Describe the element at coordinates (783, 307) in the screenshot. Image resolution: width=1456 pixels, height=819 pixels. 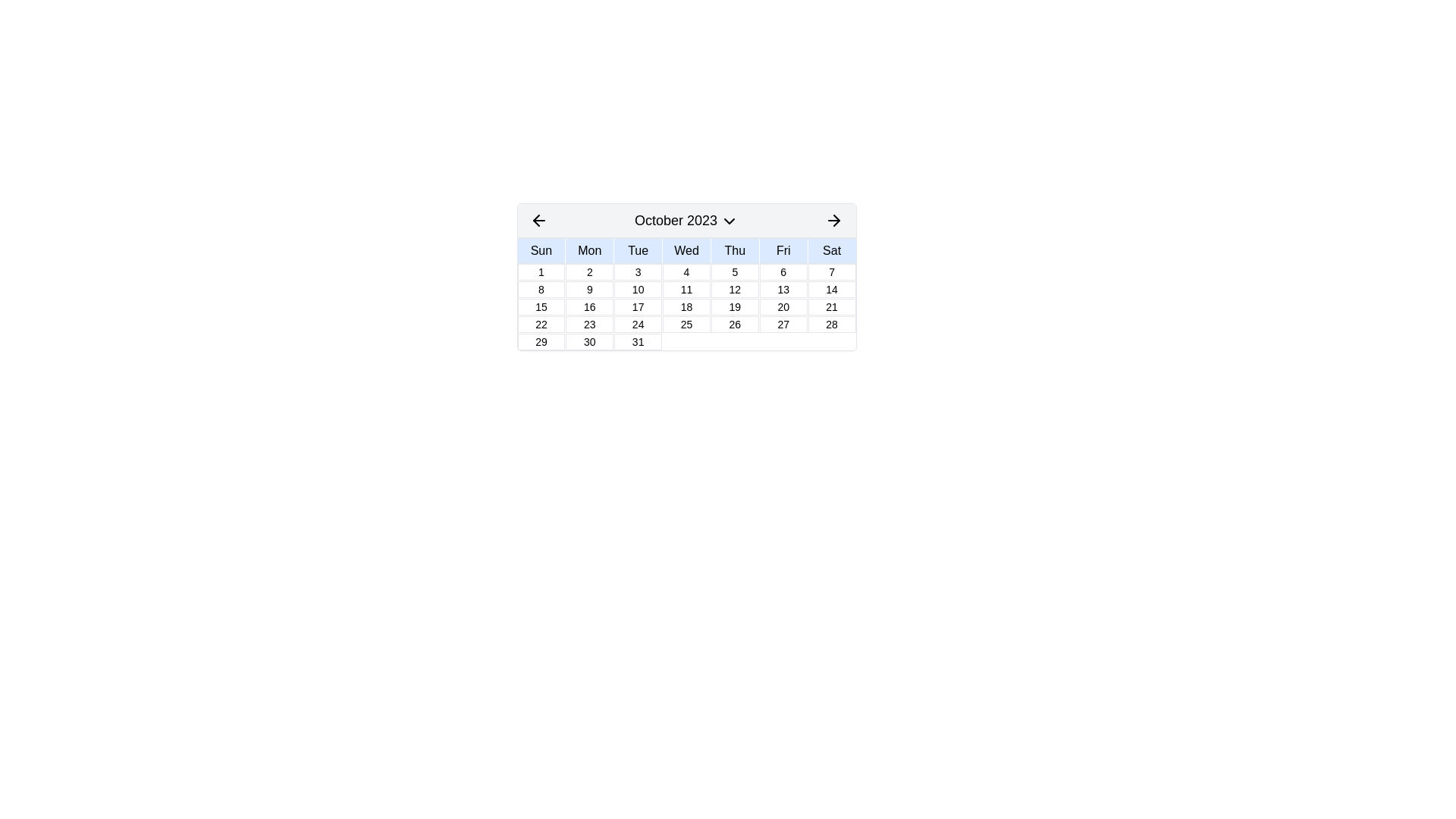
I see `text '20' displayed in a small-sized font within the calendar layout, located in the fifth column of the fourth row, representing the date '20' in October 2023` at that location.